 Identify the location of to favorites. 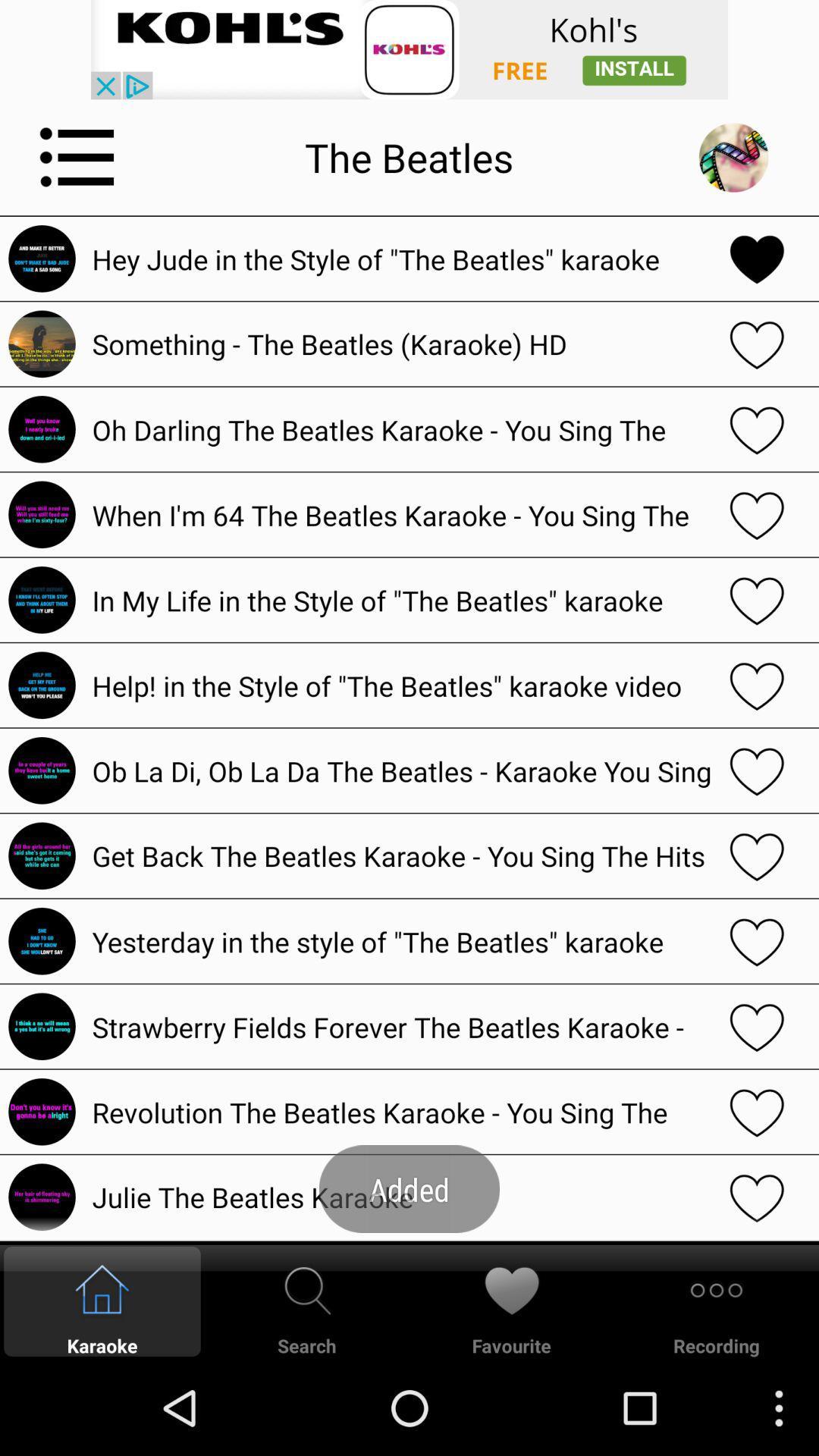
(757, 428).